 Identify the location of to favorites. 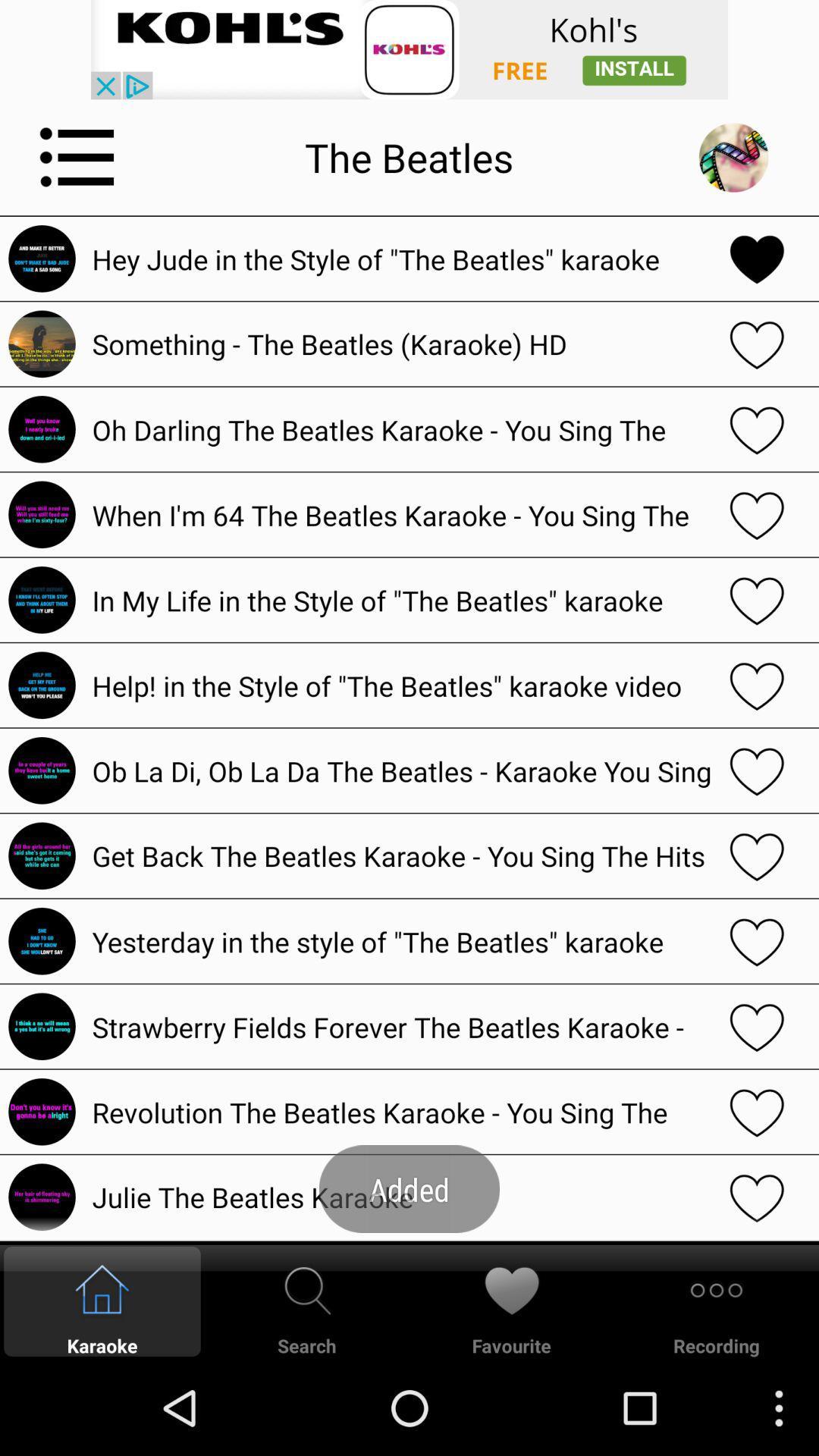
(757, 428).